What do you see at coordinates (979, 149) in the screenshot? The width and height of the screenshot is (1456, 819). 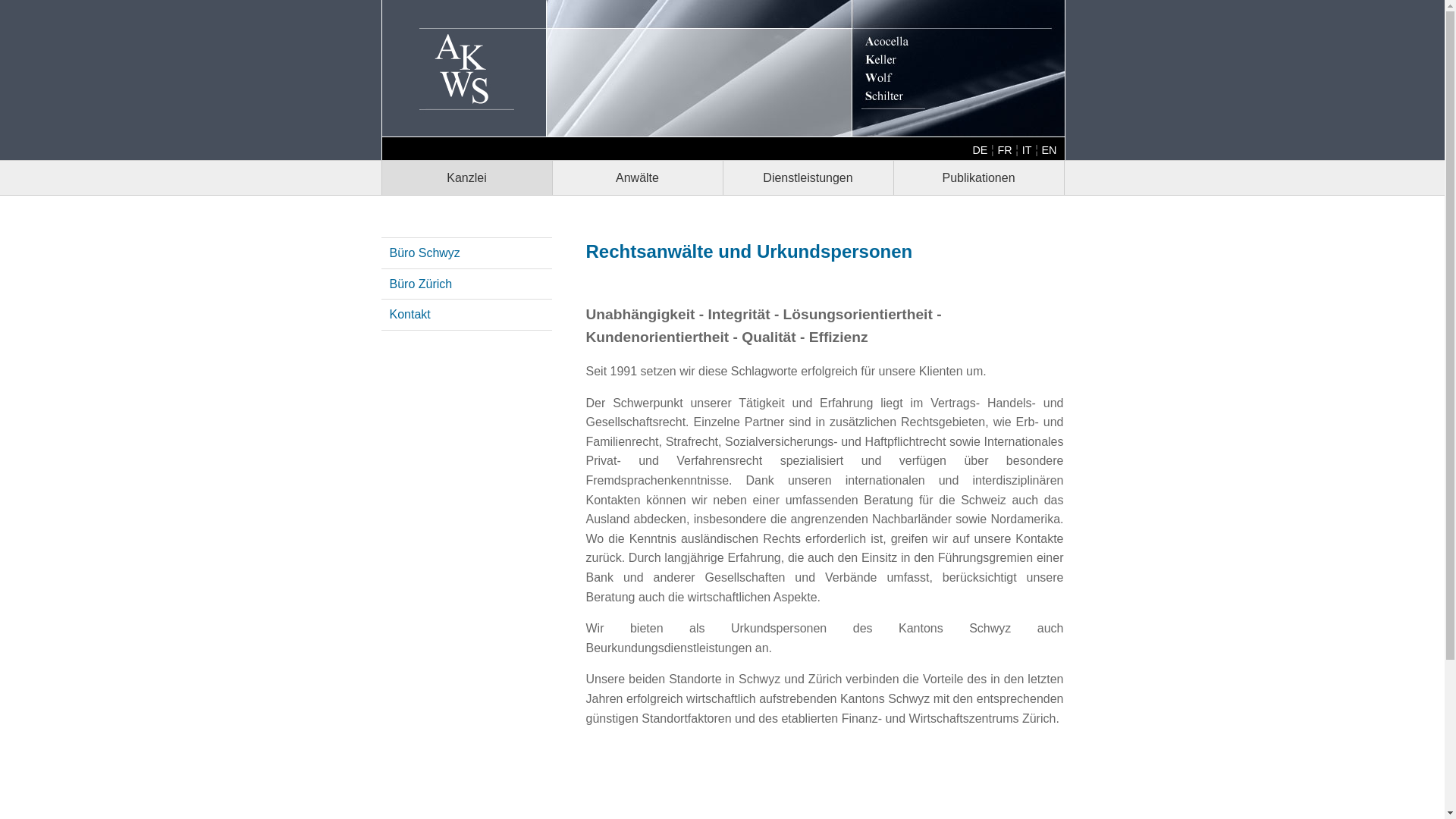 I see `'DE'` at bounding box center [979, 149].